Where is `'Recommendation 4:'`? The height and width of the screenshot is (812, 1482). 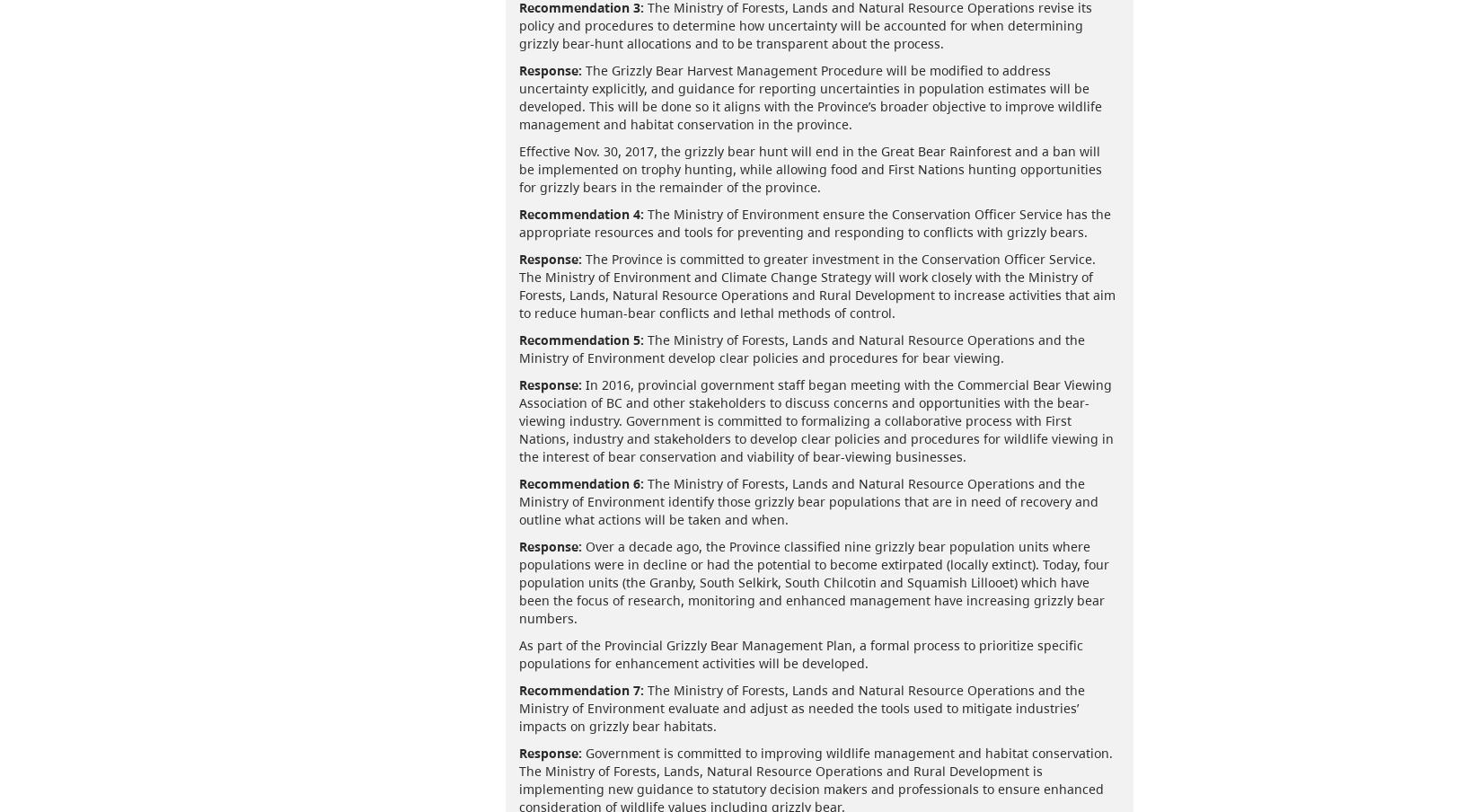
'Recommendation 4:' is located at coordinates (579, 212).